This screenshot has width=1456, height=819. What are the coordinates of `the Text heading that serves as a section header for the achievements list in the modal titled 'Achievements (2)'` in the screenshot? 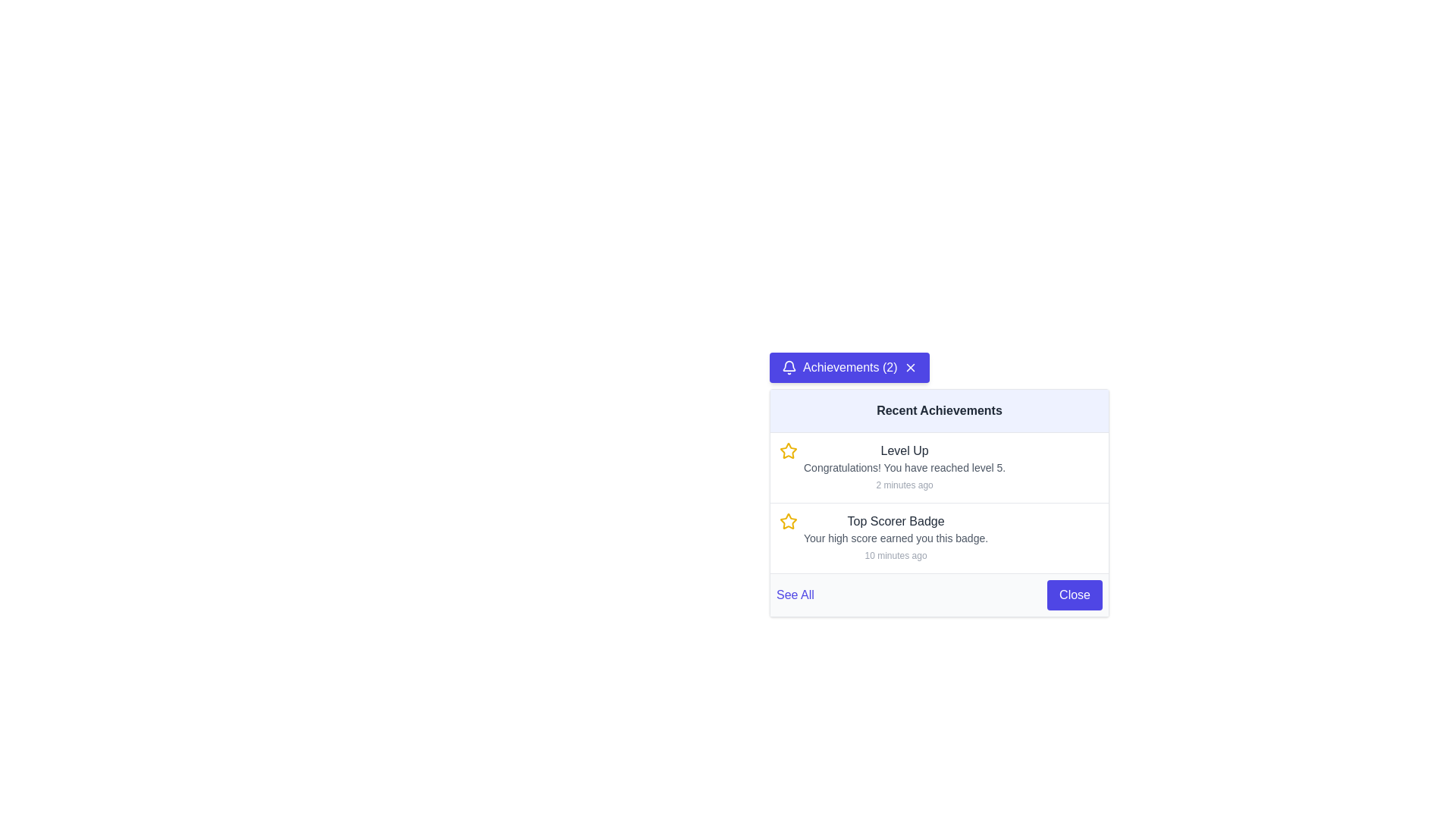 It's located at (938, 411).